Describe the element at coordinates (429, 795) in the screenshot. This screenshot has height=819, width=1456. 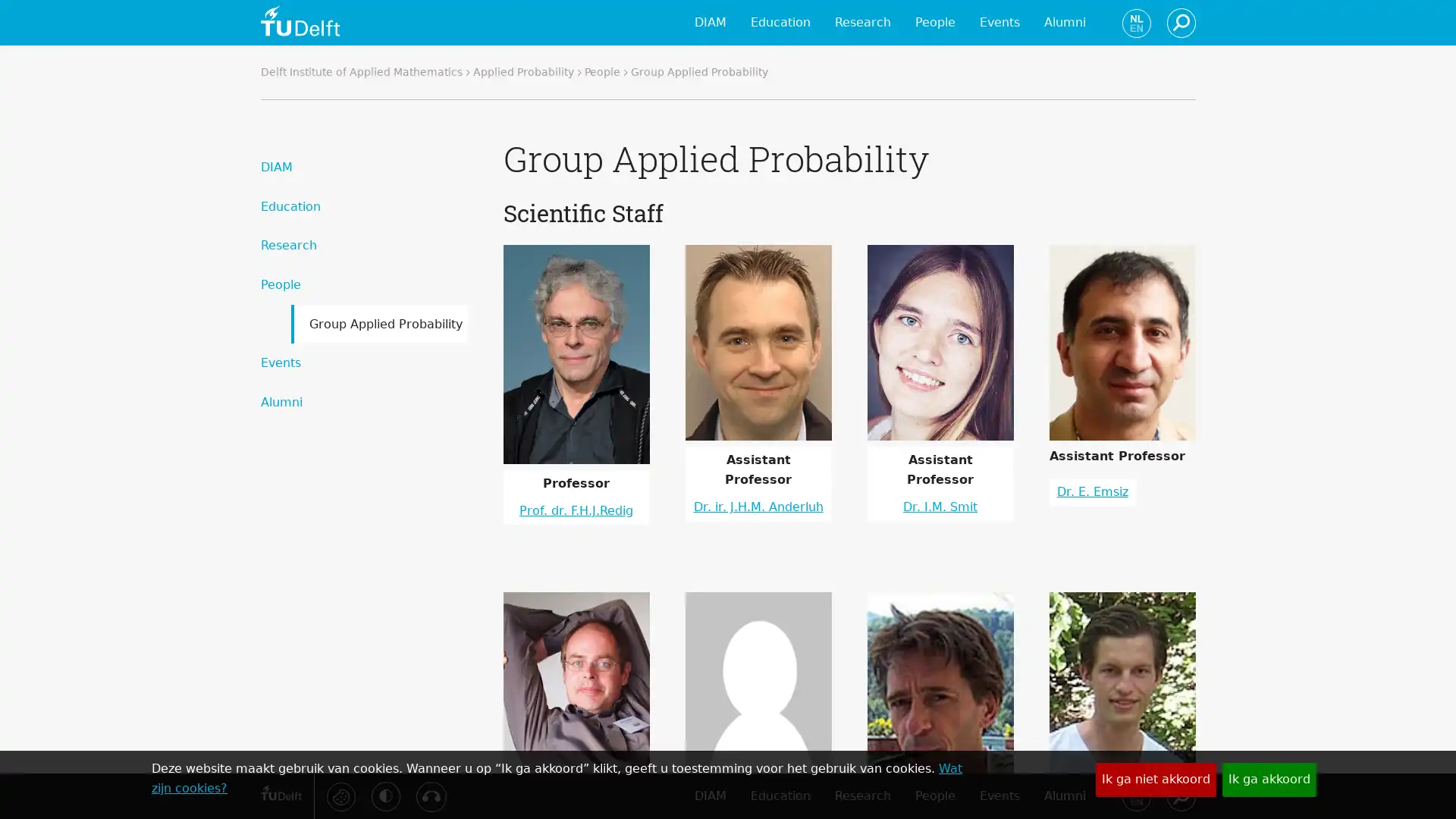
I see `Luister met de ReachDeck-werkbalk` at that location.